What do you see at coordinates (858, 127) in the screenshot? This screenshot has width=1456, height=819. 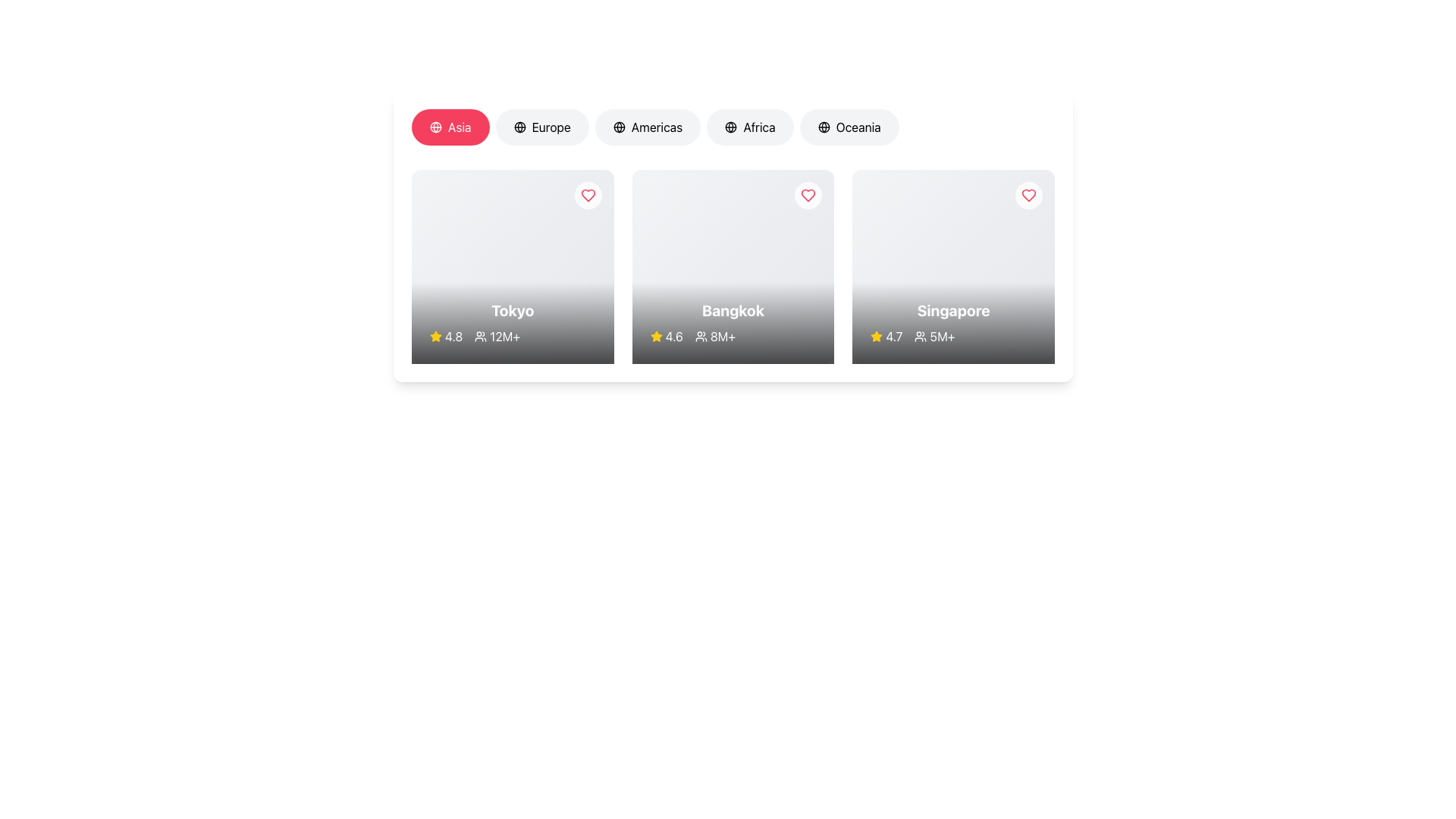 I see `the clickable text or label for the 'Oceania' filter located in the top center navigation bar, specifically the sixth option after 'Asia', 'Europe', 'Americas', and 'Africa'` at bounding box center [858, 127].